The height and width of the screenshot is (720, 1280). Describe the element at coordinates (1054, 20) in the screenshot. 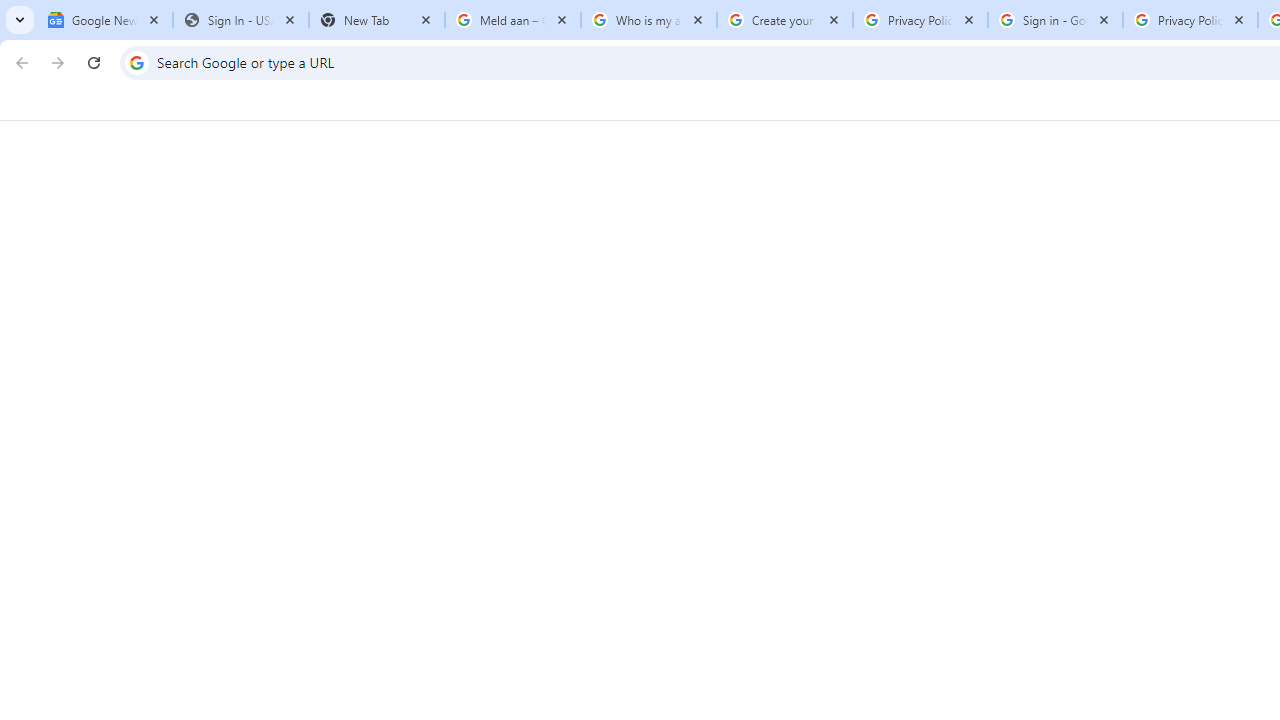

I see `'Sign in - Google Accounts'` at that location.